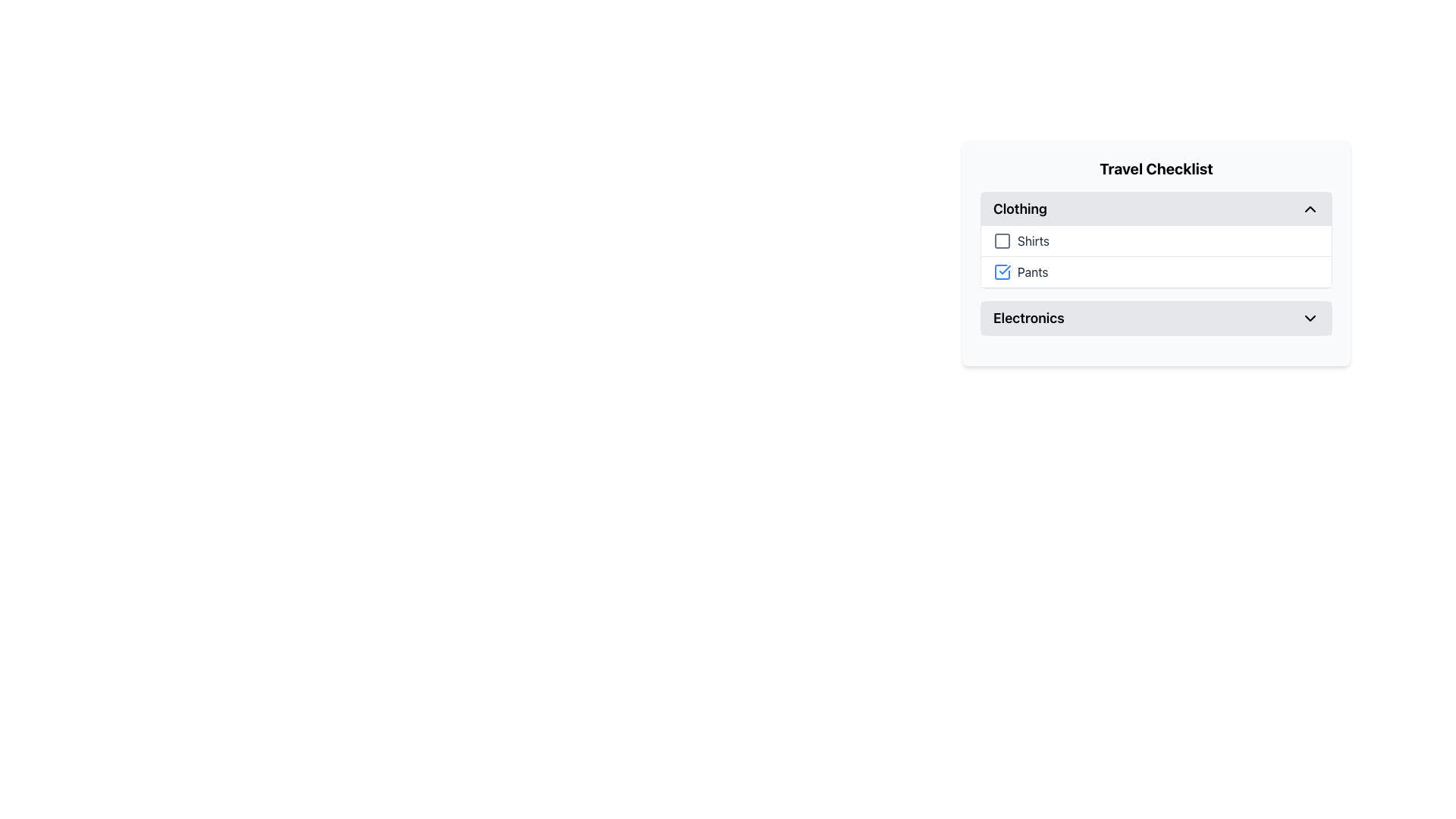 The image size is (1456, 819). I want to click on the upward arrow icon at the right end of the 'Clothing' header, so click(1310, 209).